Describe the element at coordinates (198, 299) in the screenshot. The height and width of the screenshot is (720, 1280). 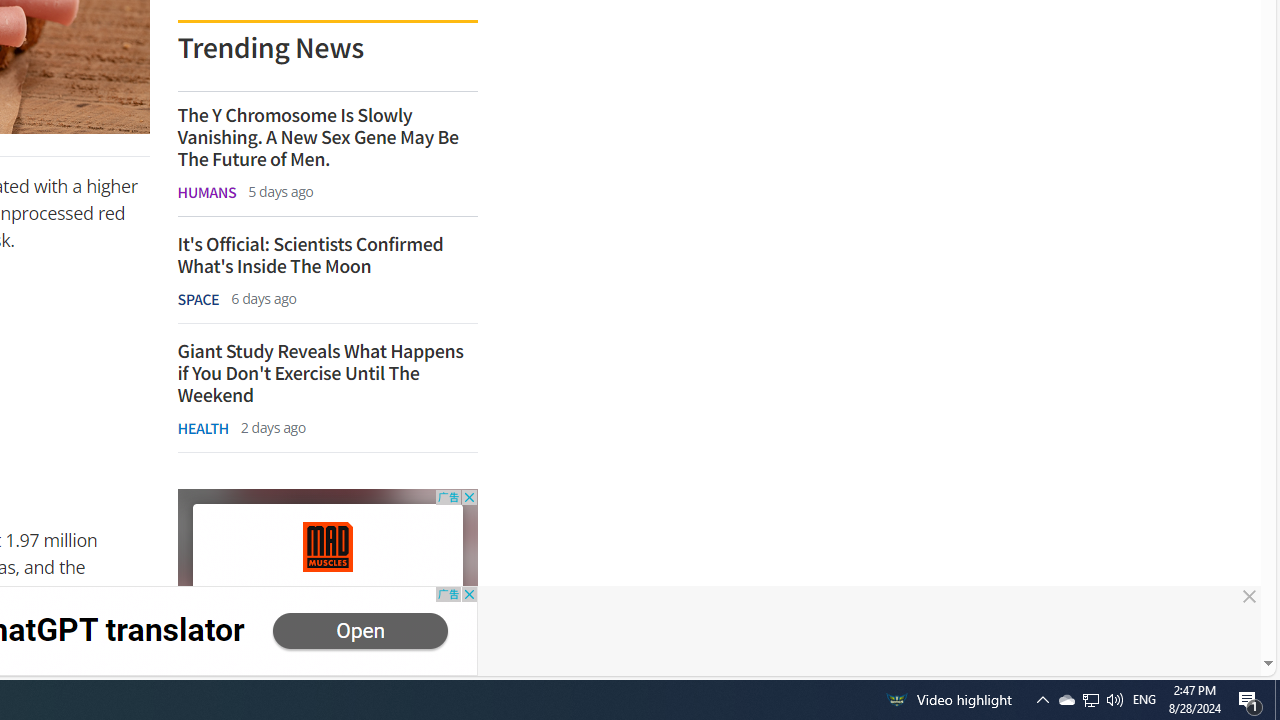
I see `'SPACE'` at that location.